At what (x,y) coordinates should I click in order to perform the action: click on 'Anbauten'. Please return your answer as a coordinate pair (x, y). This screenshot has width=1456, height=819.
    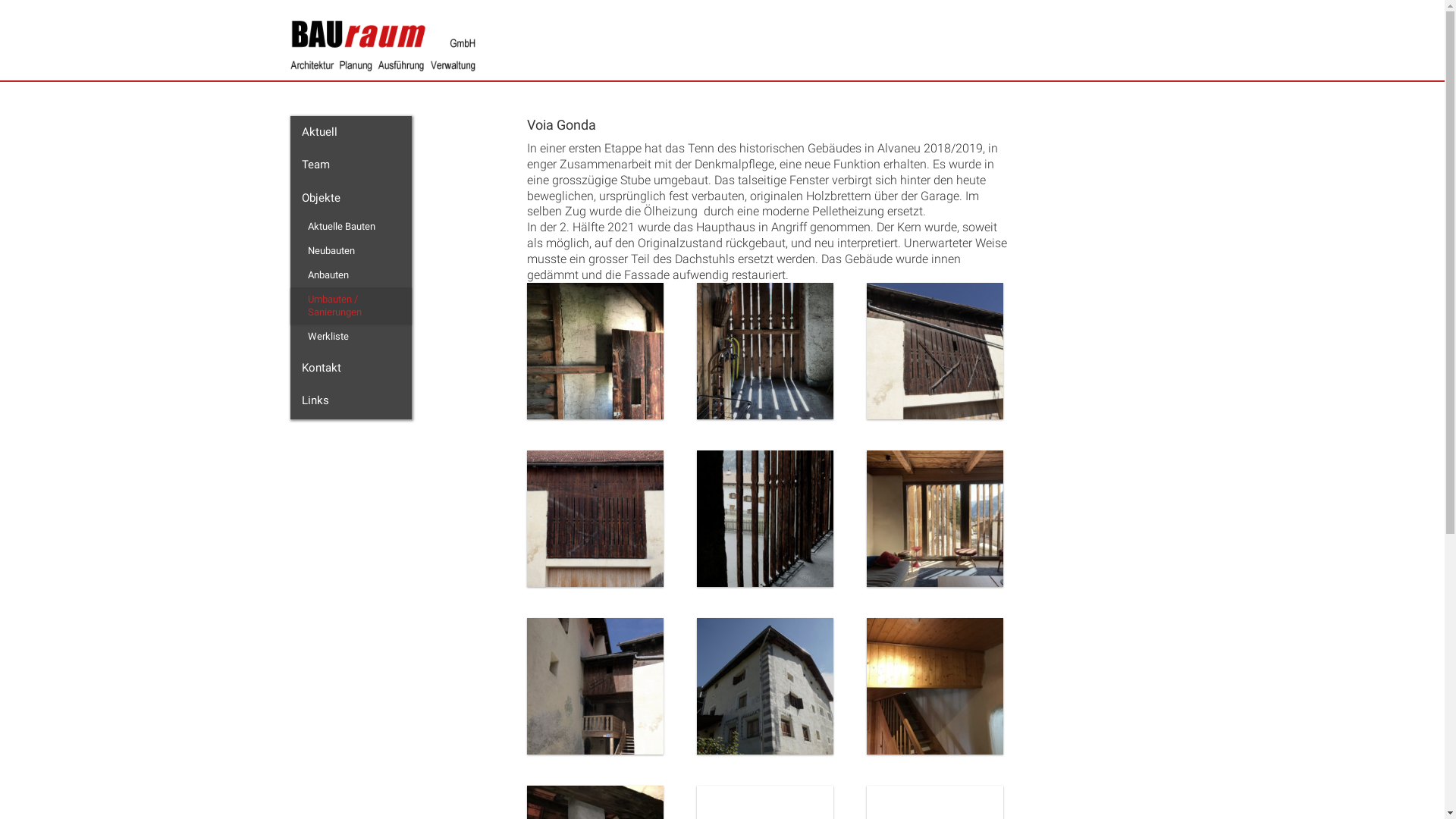
    Looking at the image, I should click on (295, 275).